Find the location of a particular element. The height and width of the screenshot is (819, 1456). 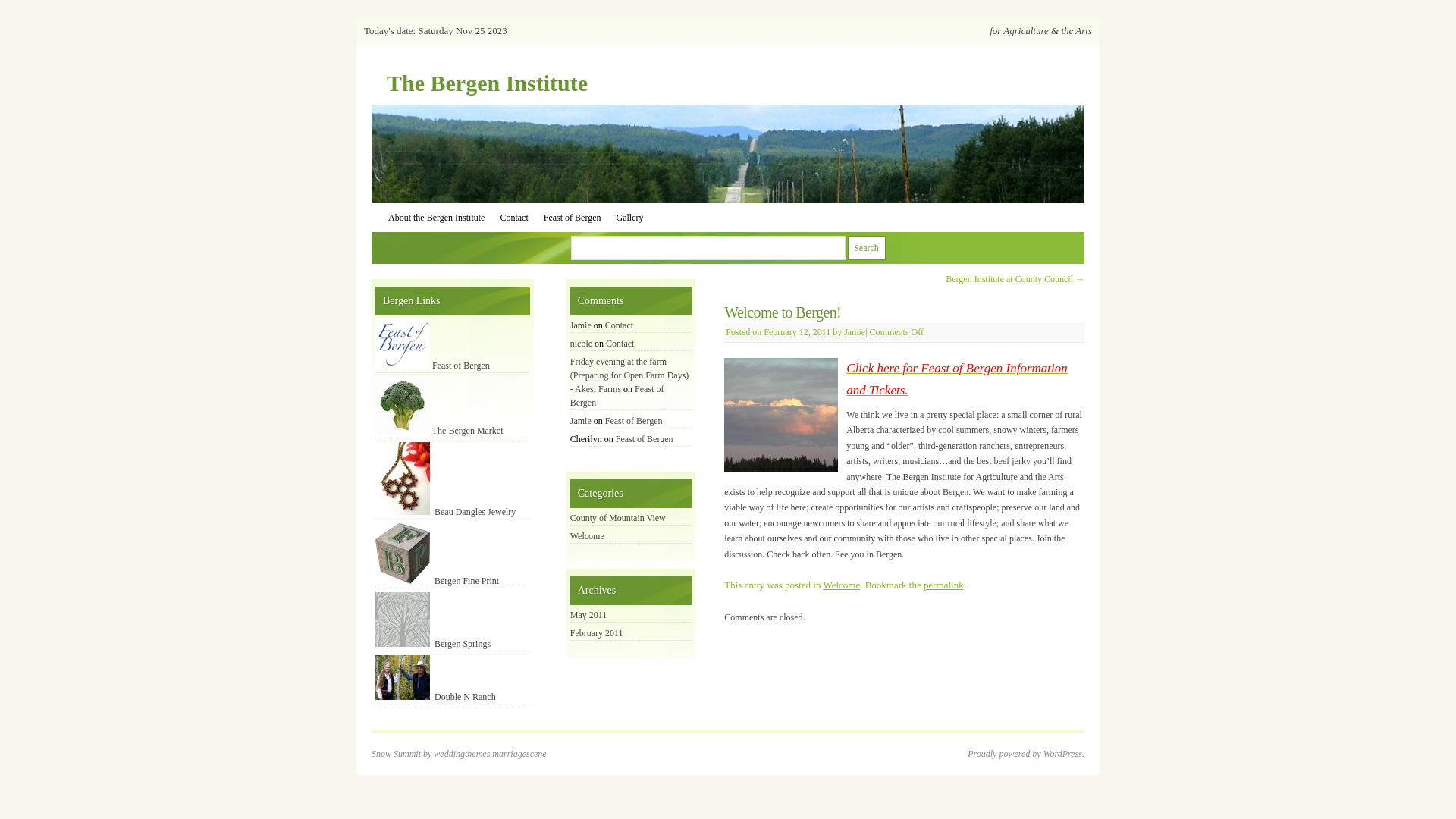

'About the Bergen Institute' is located at coordinates (435, 217).